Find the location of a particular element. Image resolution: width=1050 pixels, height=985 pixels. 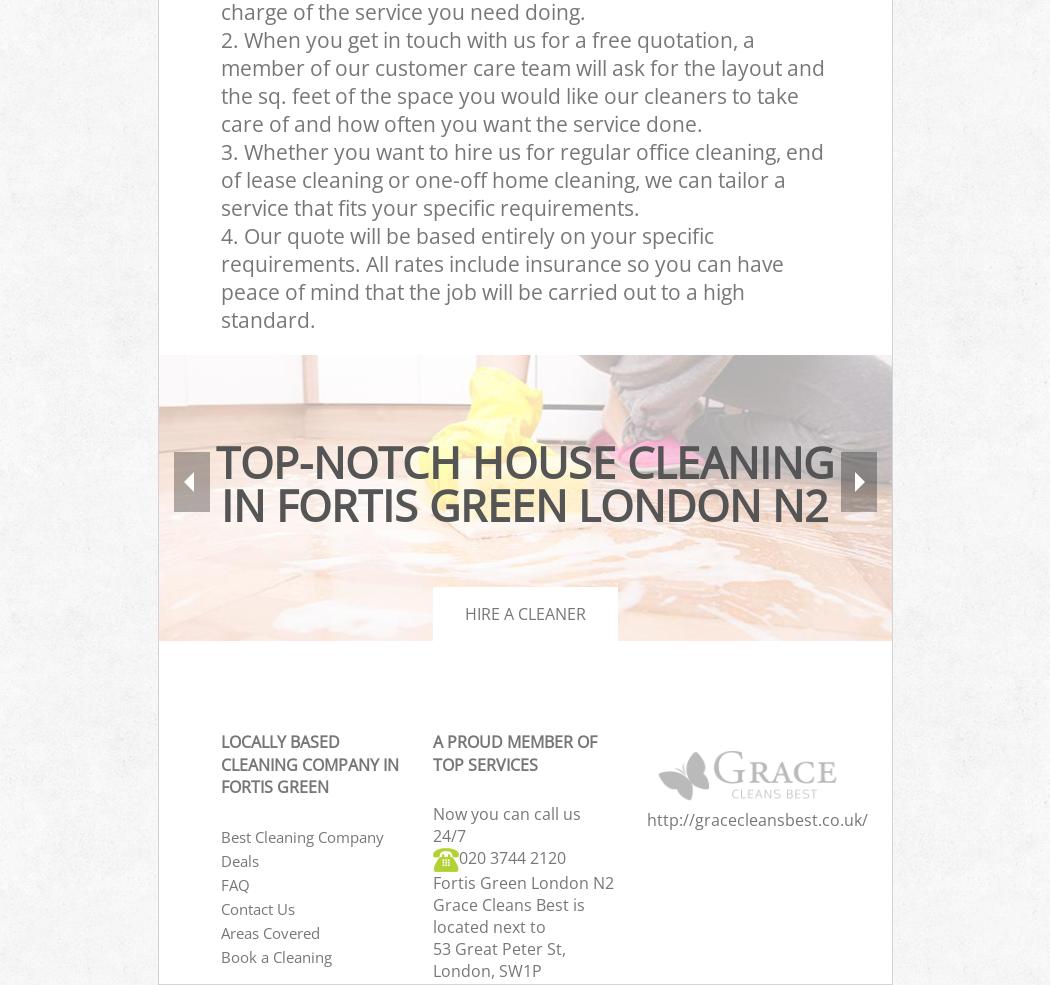

'Hire a cleaner' is located at coordinates (463, 611).